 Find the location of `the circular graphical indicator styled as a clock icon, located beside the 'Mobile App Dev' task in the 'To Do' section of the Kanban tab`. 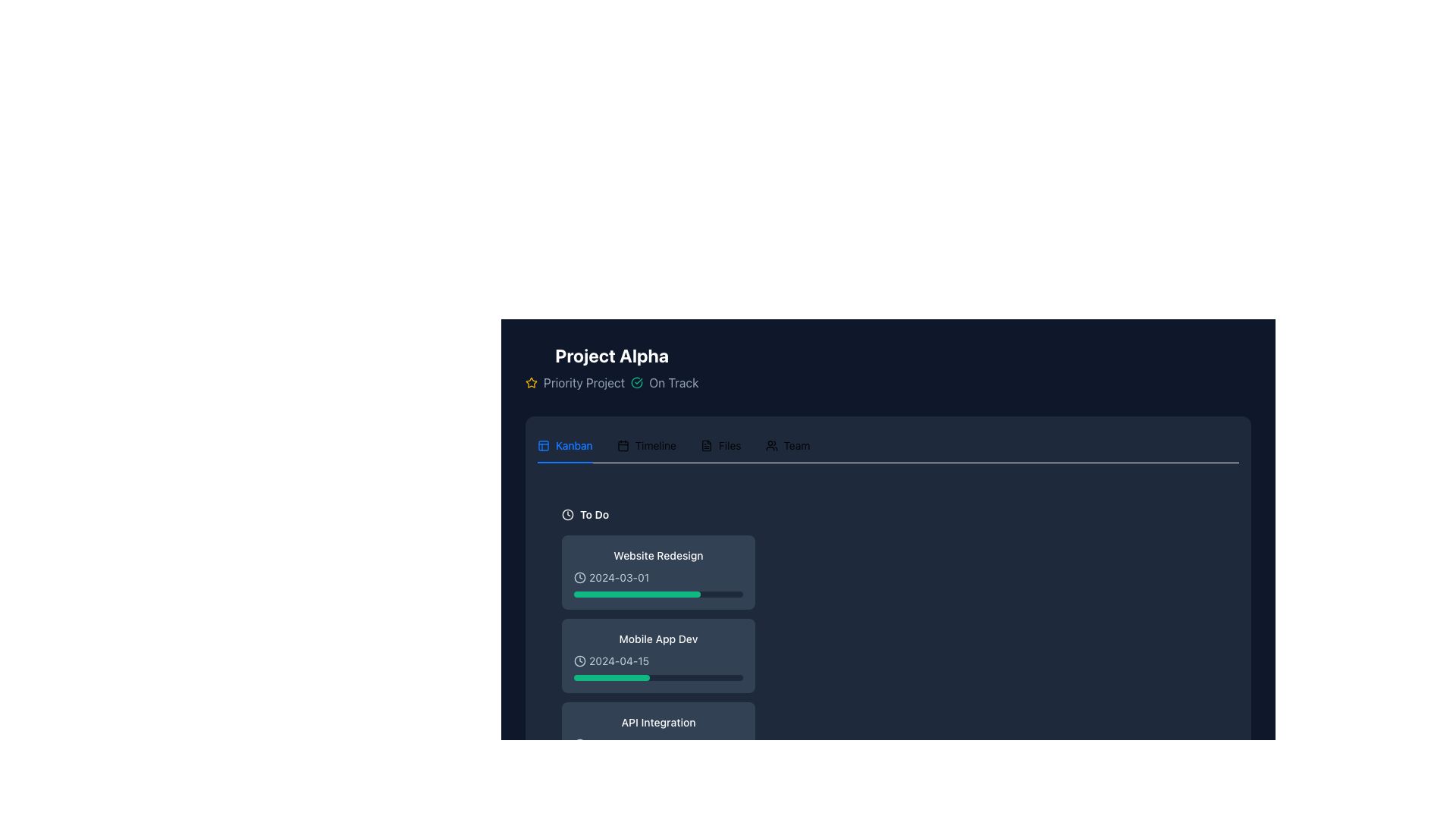

the circular graphical indicator styled as a clock icon, located beside the 'Mobile App Dev' task in the 'To Do' section of the Kanban tab is located at coordinates (579, 660).